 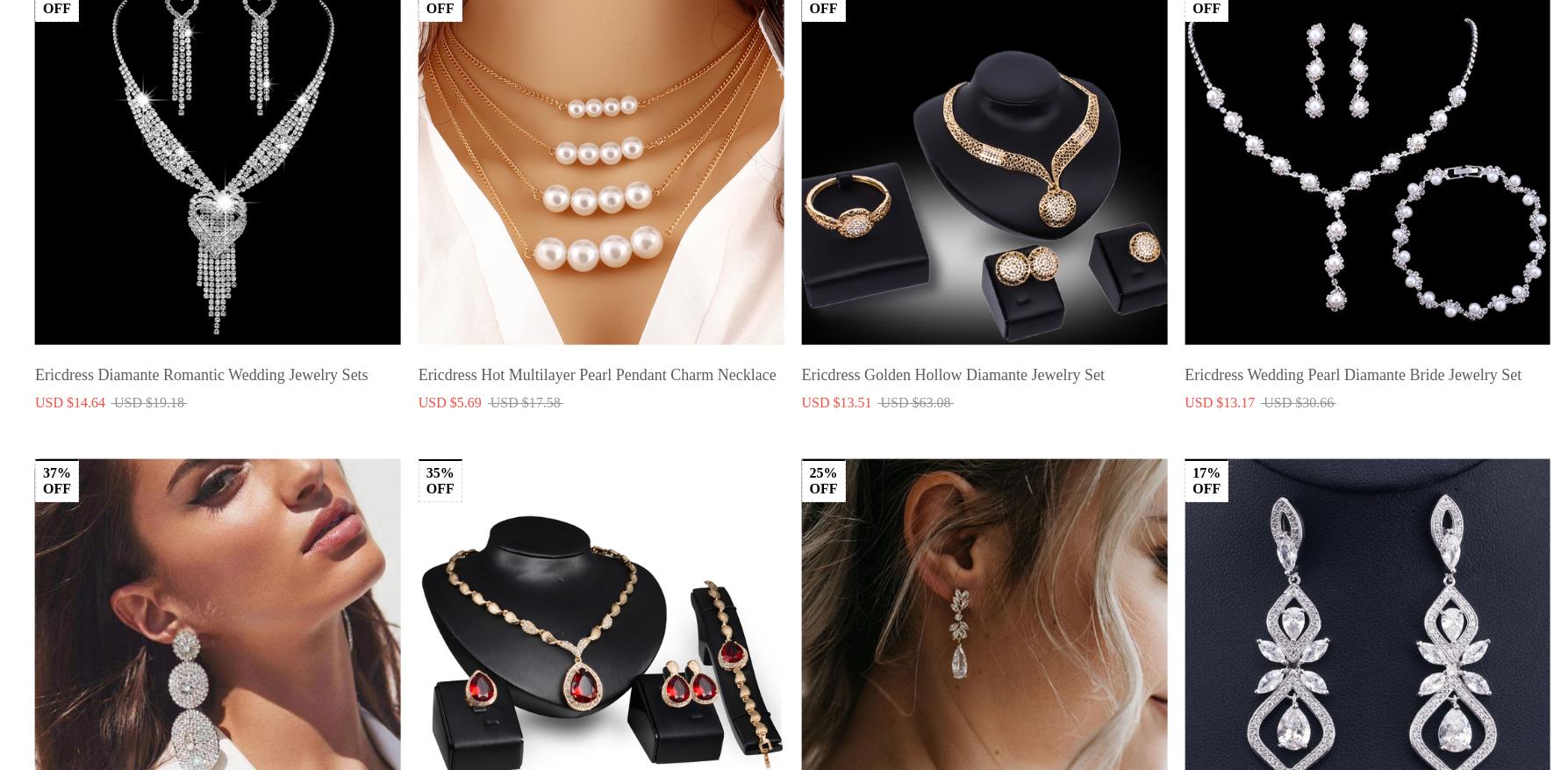 What do you see at coordinates (70, 703) in the screenshot?
I see `'About Us'` at bounding box center [70, 703].